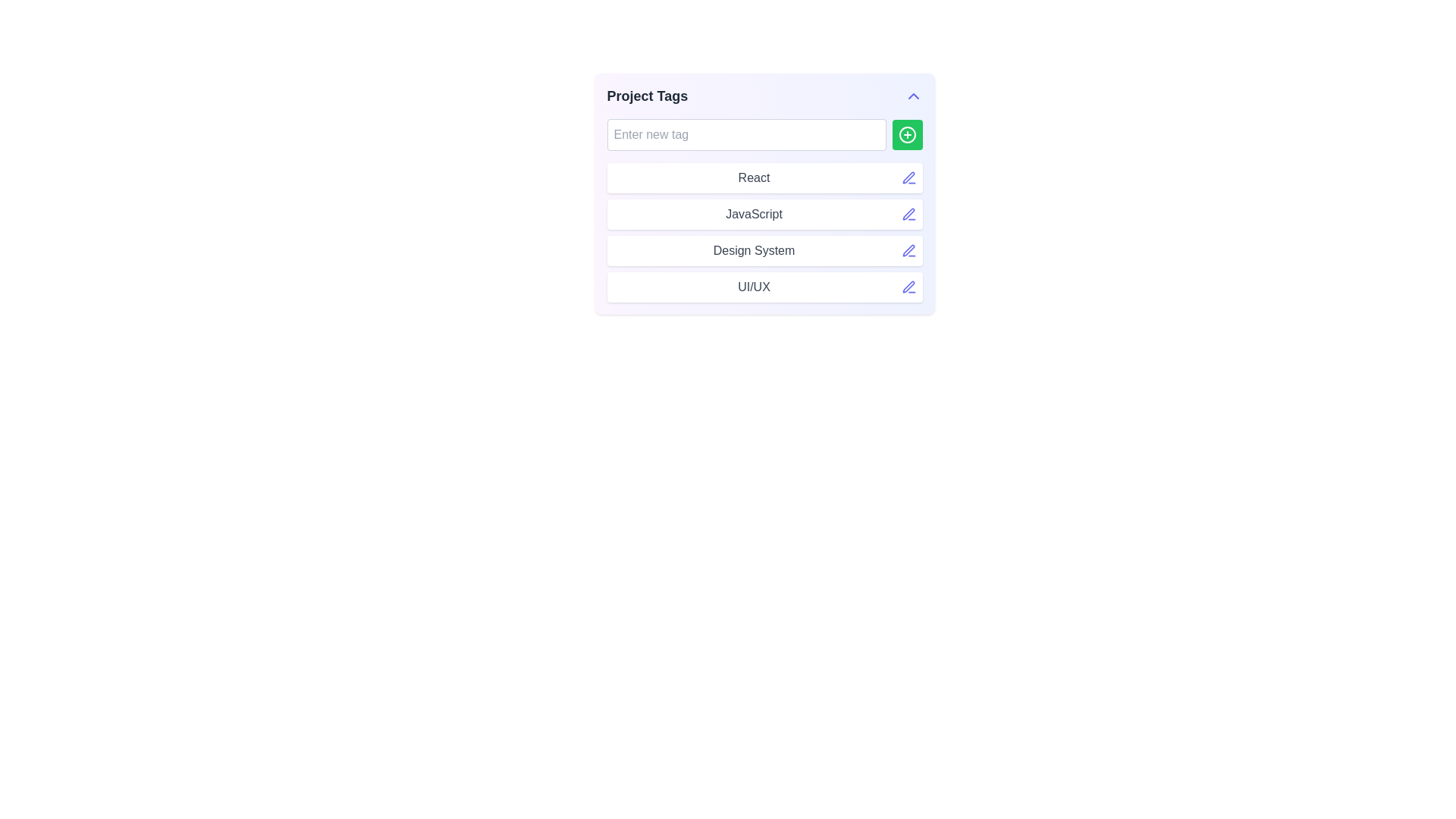 The width and height of the screenshot is (1456, 819). Describe the element at coordinates (908, 177) in the screenshot. I see `the edit icon located in the row associated with the 'React' tag to initiate an editing action` at that location.